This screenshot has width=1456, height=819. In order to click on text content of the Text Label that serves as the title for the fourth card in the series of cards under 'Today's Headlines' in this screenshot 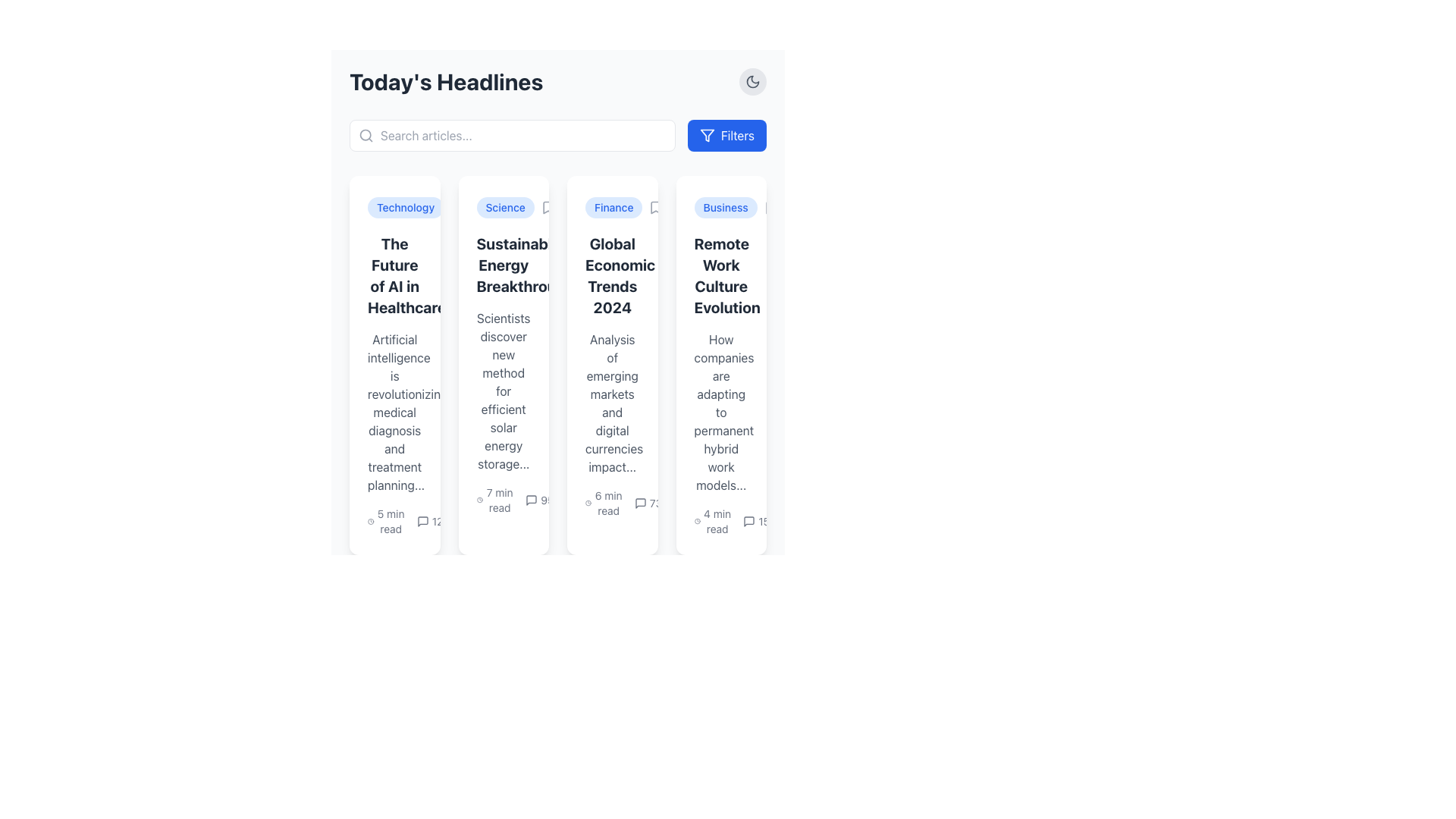, I will do `click(720, 275)`.